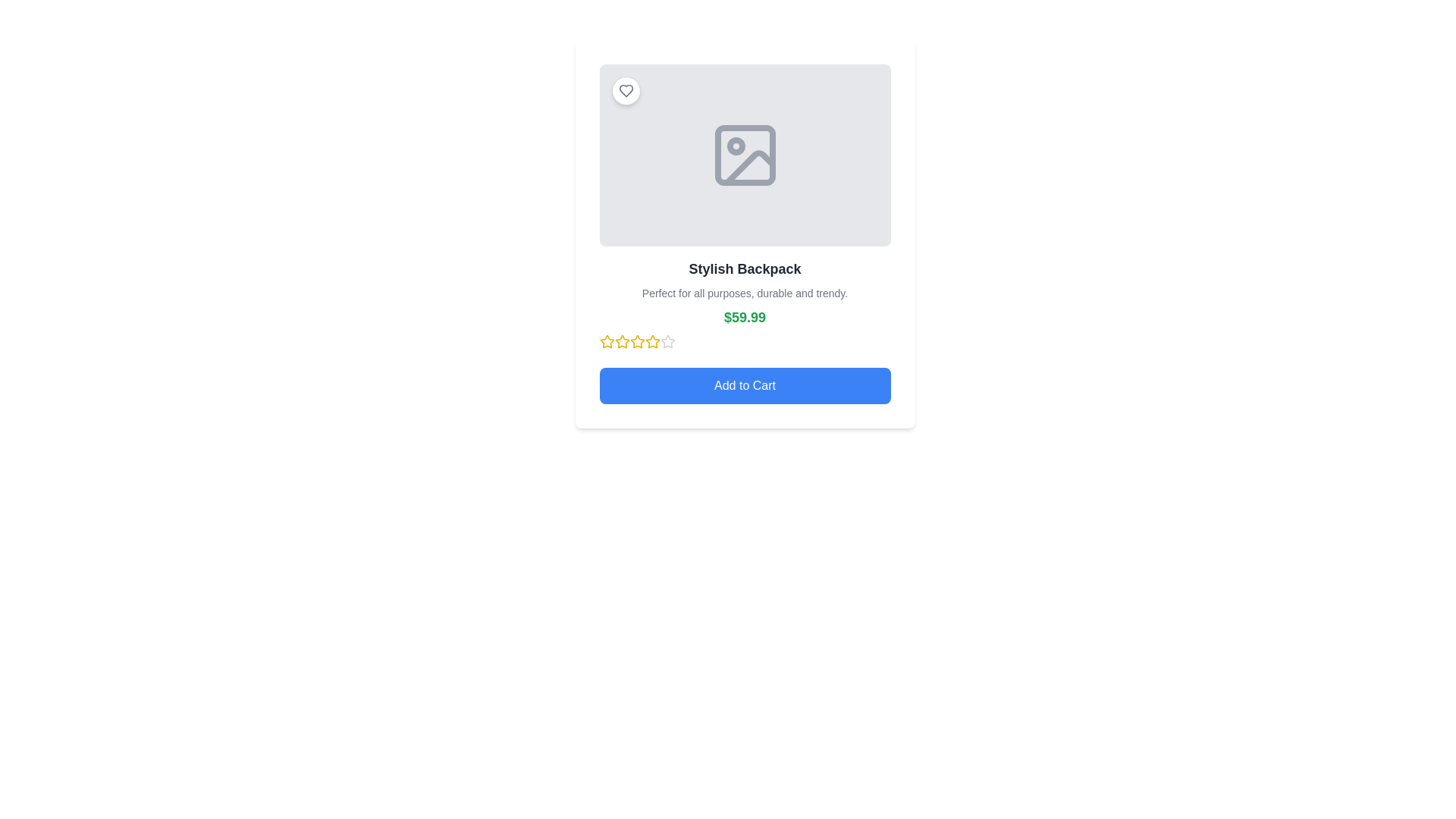 This screenshot has width=1456, height=819. I want to click on the third star icon in the rating scale located below the product title and price, so click(622, 342).